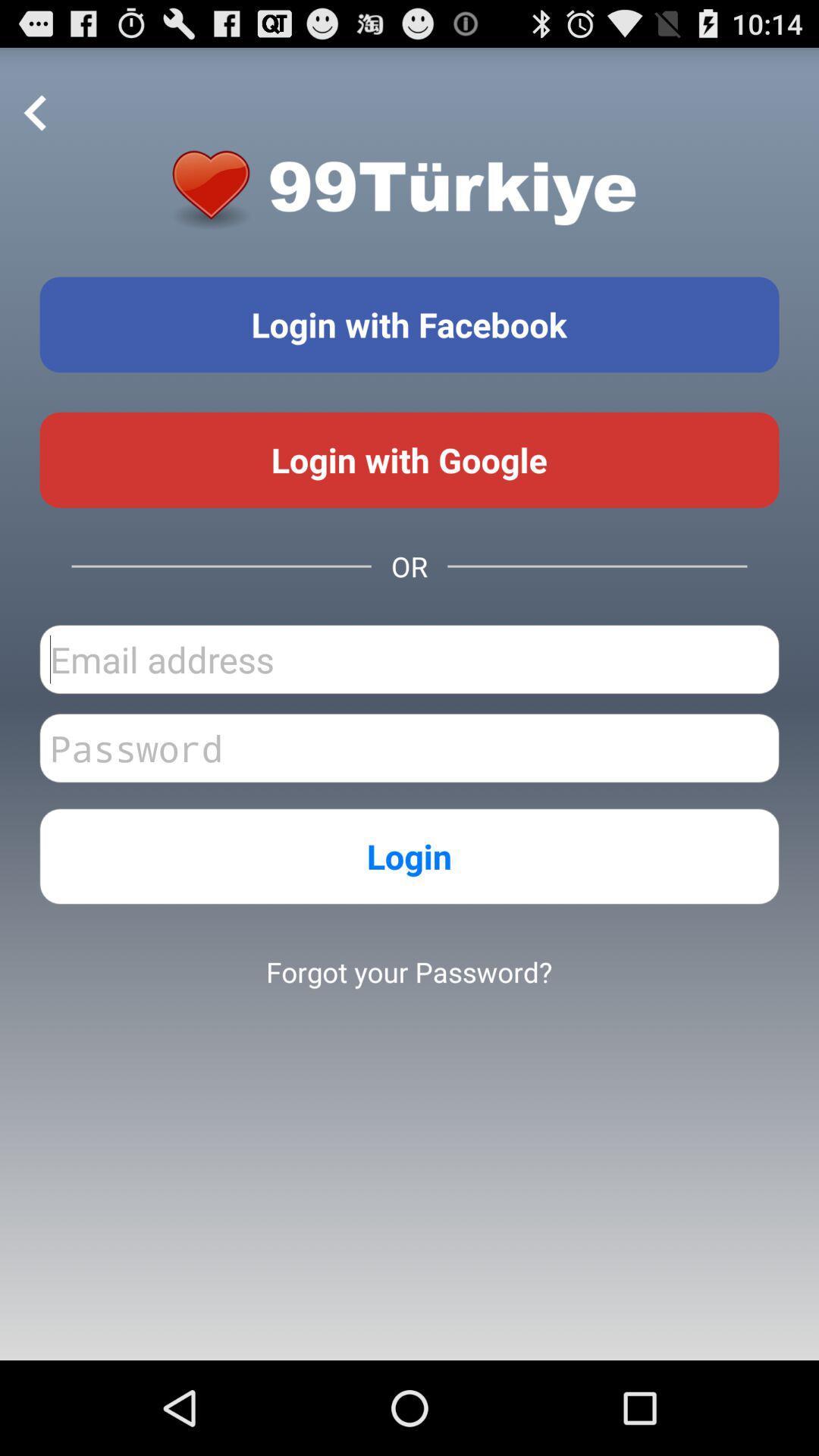  I want to click on button below the login icon, so click(408, 971).